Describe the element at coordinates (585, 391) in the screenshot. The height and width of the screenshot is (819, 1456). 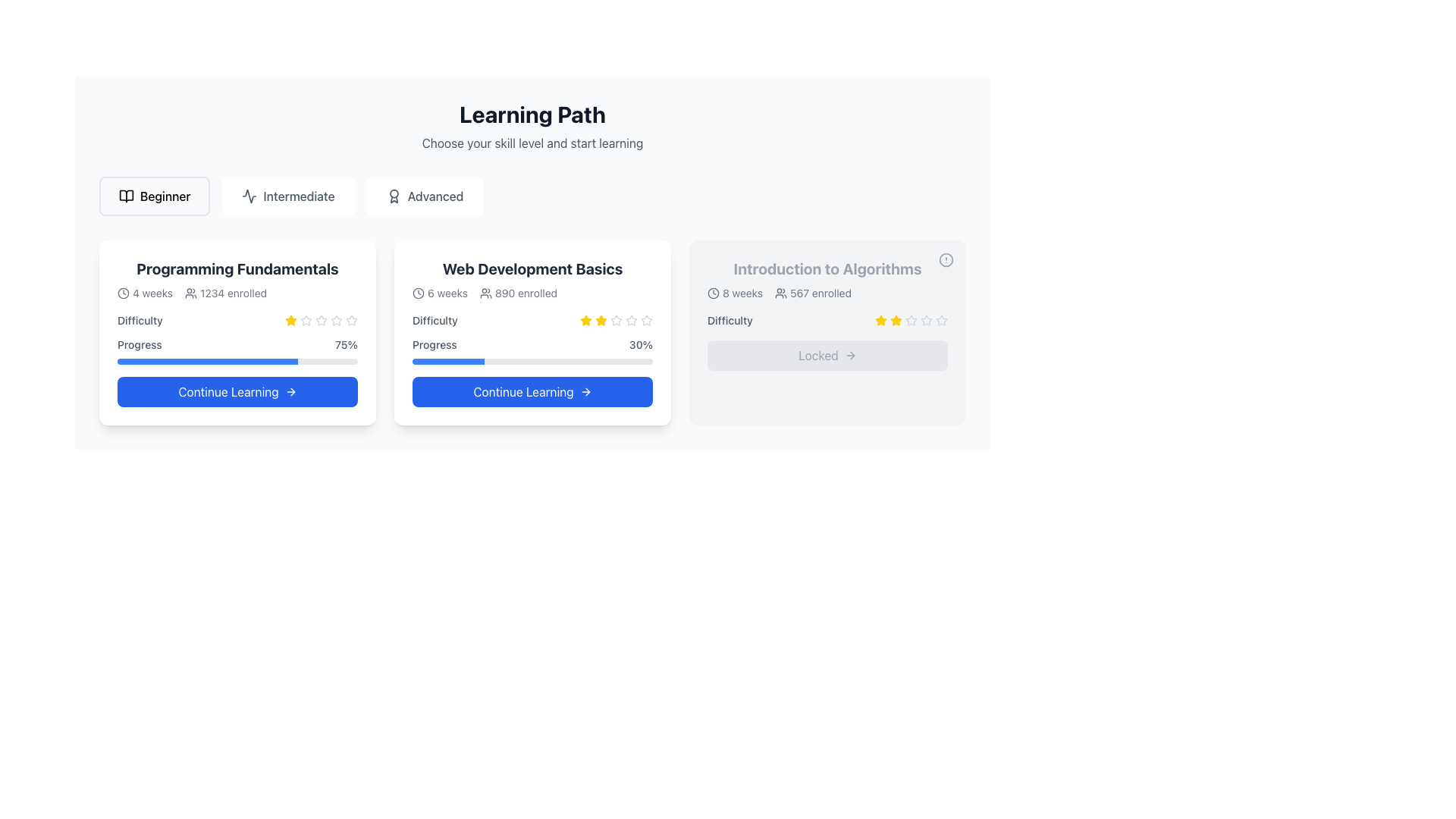
I see `the right-arrow icon located at the edge of the blue 'Continue Learning' button in the 'Web Development Basics' section to advance` at that location.